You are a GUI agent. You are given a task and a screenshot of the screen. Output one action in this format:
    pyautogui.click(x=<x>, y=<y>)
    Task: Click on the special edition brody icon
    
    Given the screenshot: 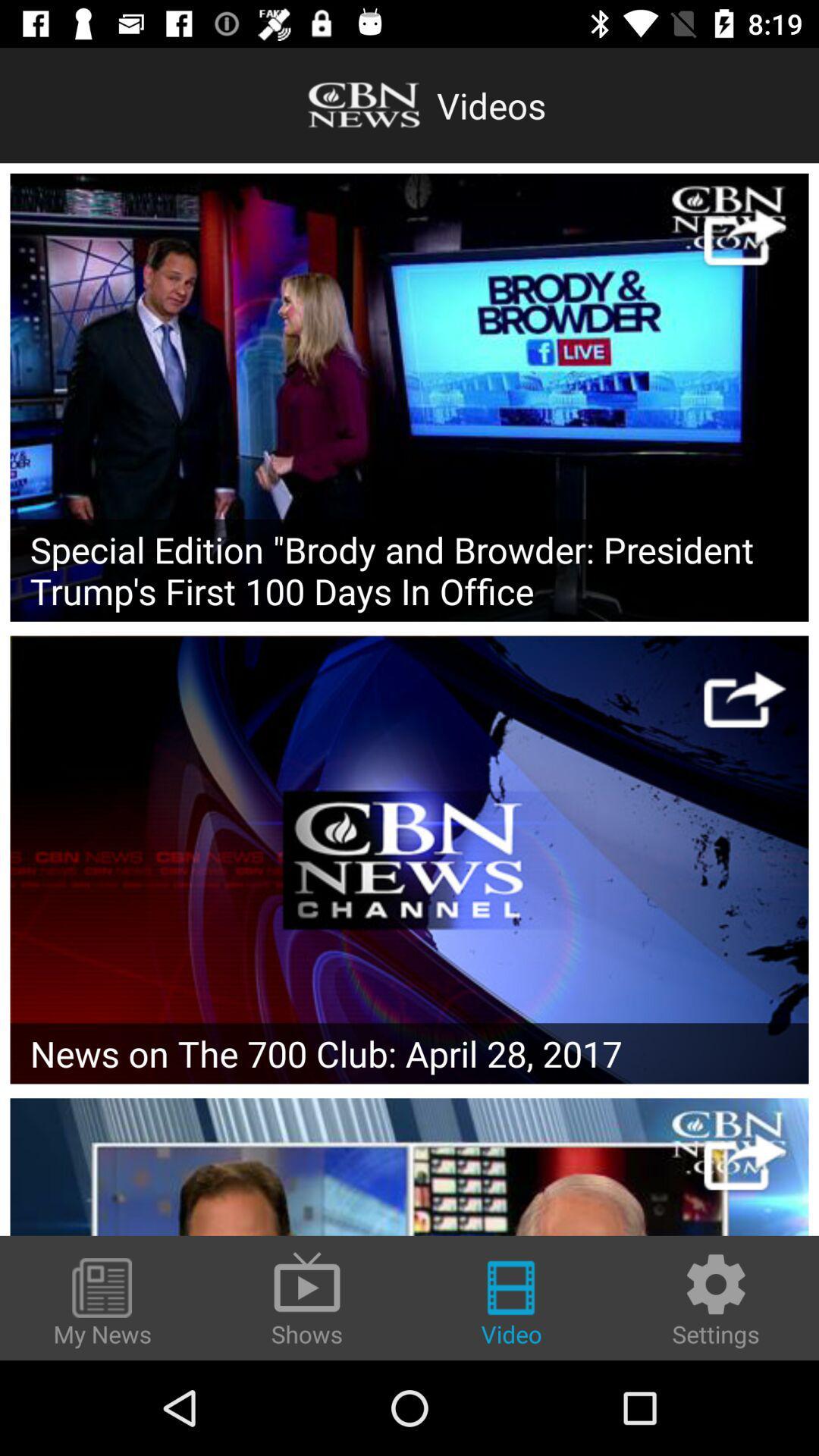 What is the action you would take?
    pyautogui.click(x=409, y=570)
    